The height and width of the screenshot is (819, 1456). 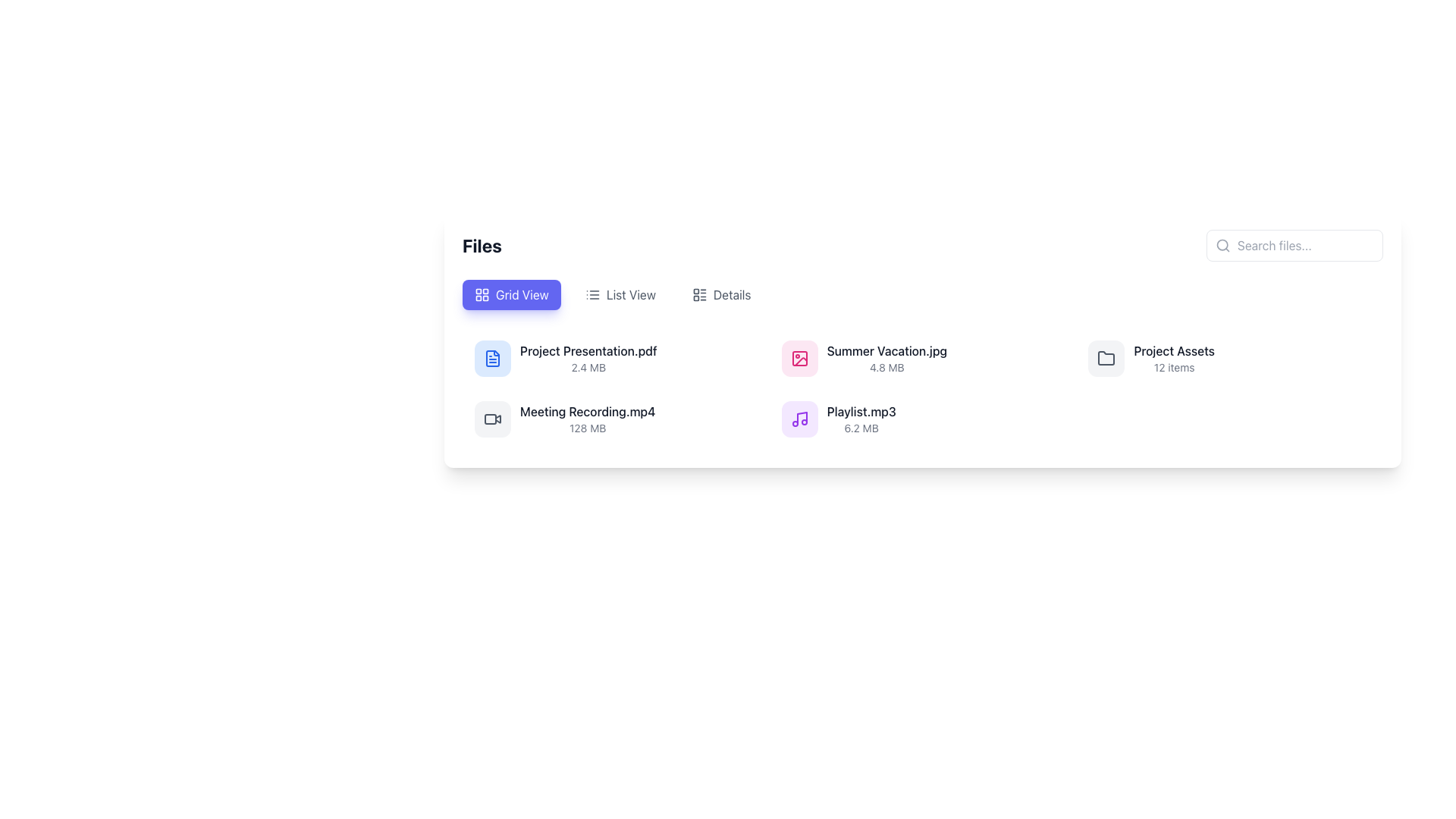 What do you see at coordinates (588, 368) in the screenshot?
I see `text content of the file size label located directly below 'Project Presentation.pdf' in the grid view layout` at bounding box center [588, 368].